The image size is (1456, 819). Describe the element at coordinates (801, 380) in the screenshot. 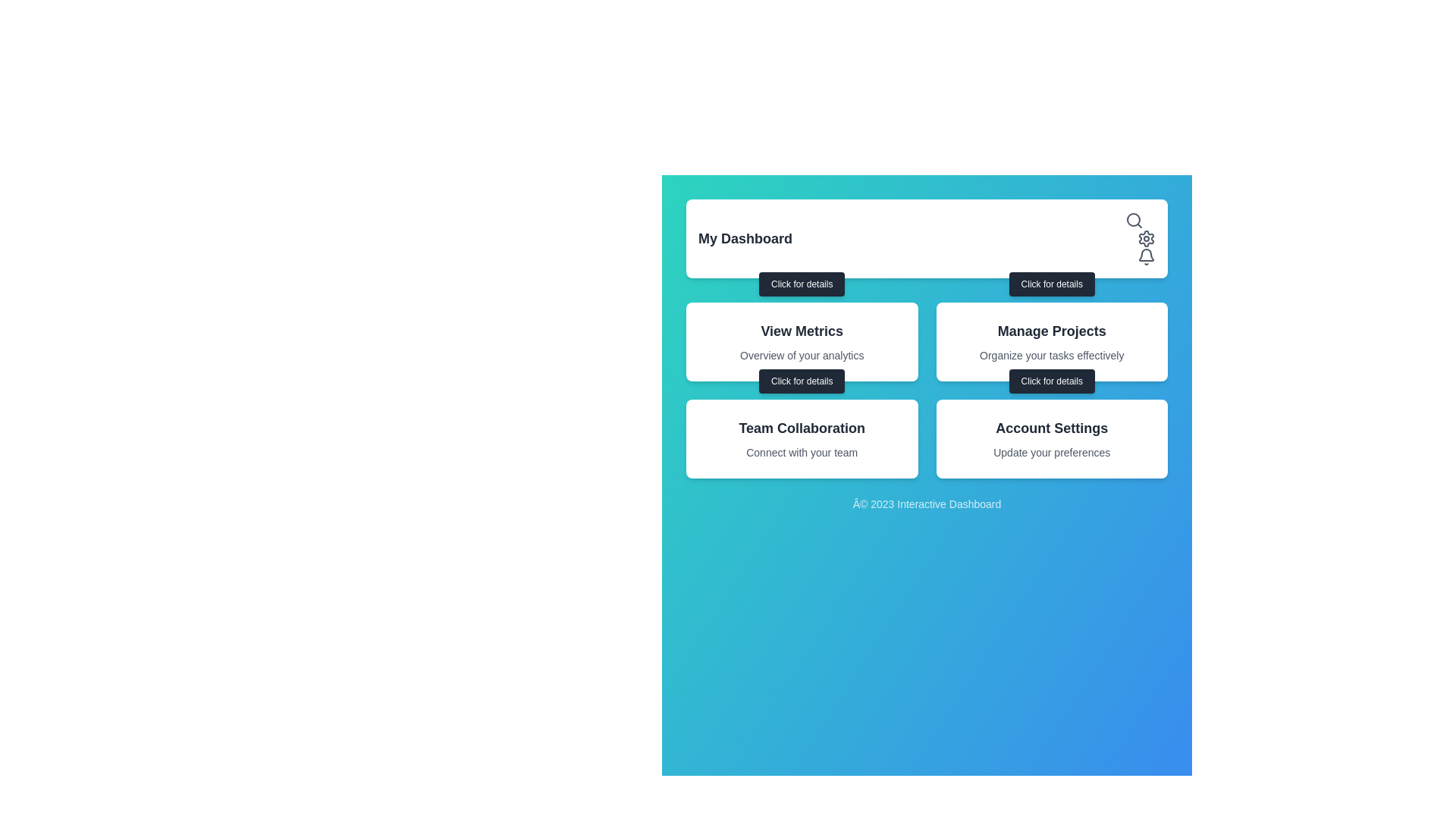

I see `tooltip containing the text 'Click for details' which is a small dark gray rectangular element with rounded corners, positioned above the 'Team Collaboration' section` at that location.